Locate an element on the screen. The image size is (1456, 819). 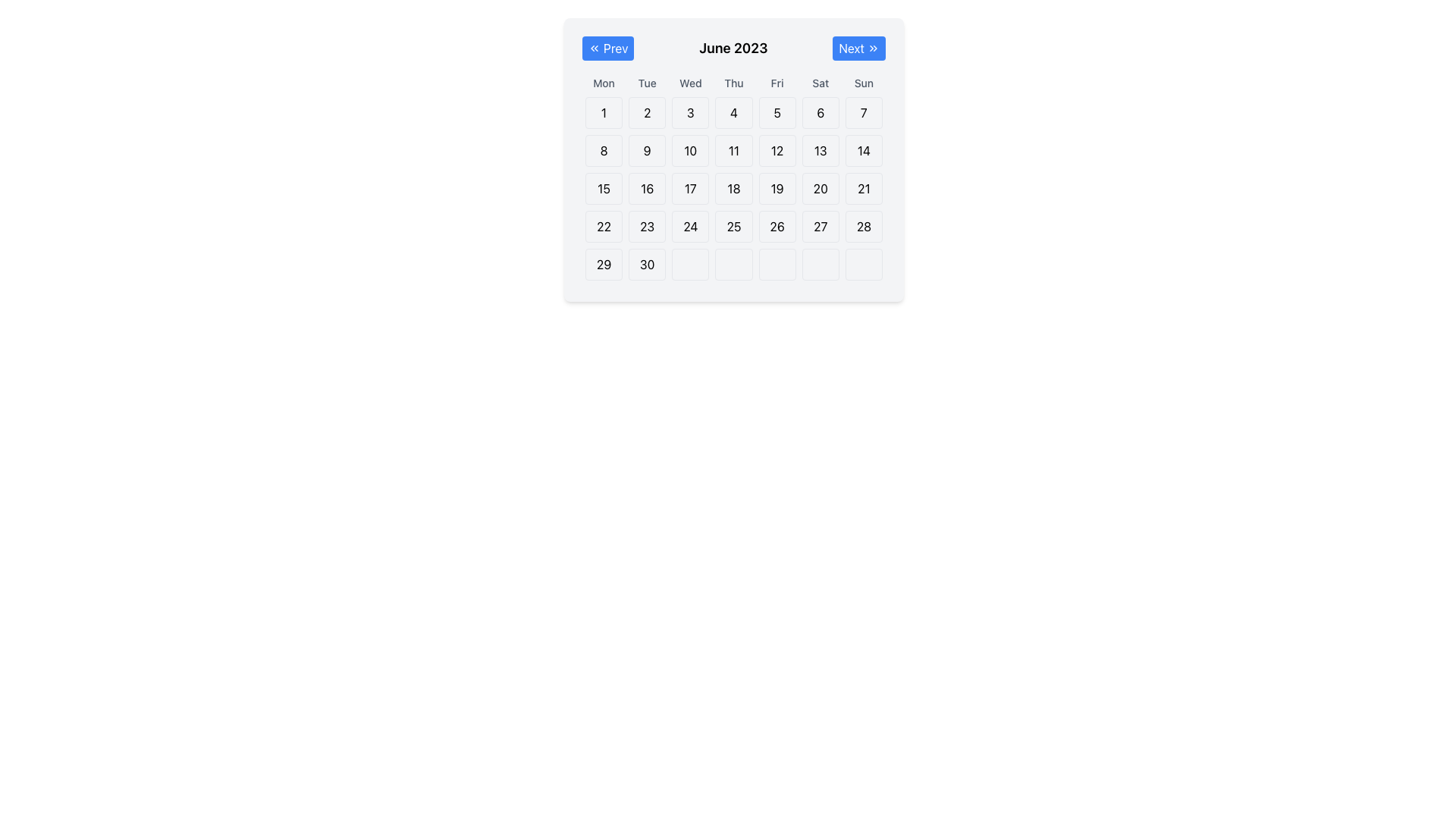
the third button representing the third day of the week in the calendar is located at coordinates (689, 112).